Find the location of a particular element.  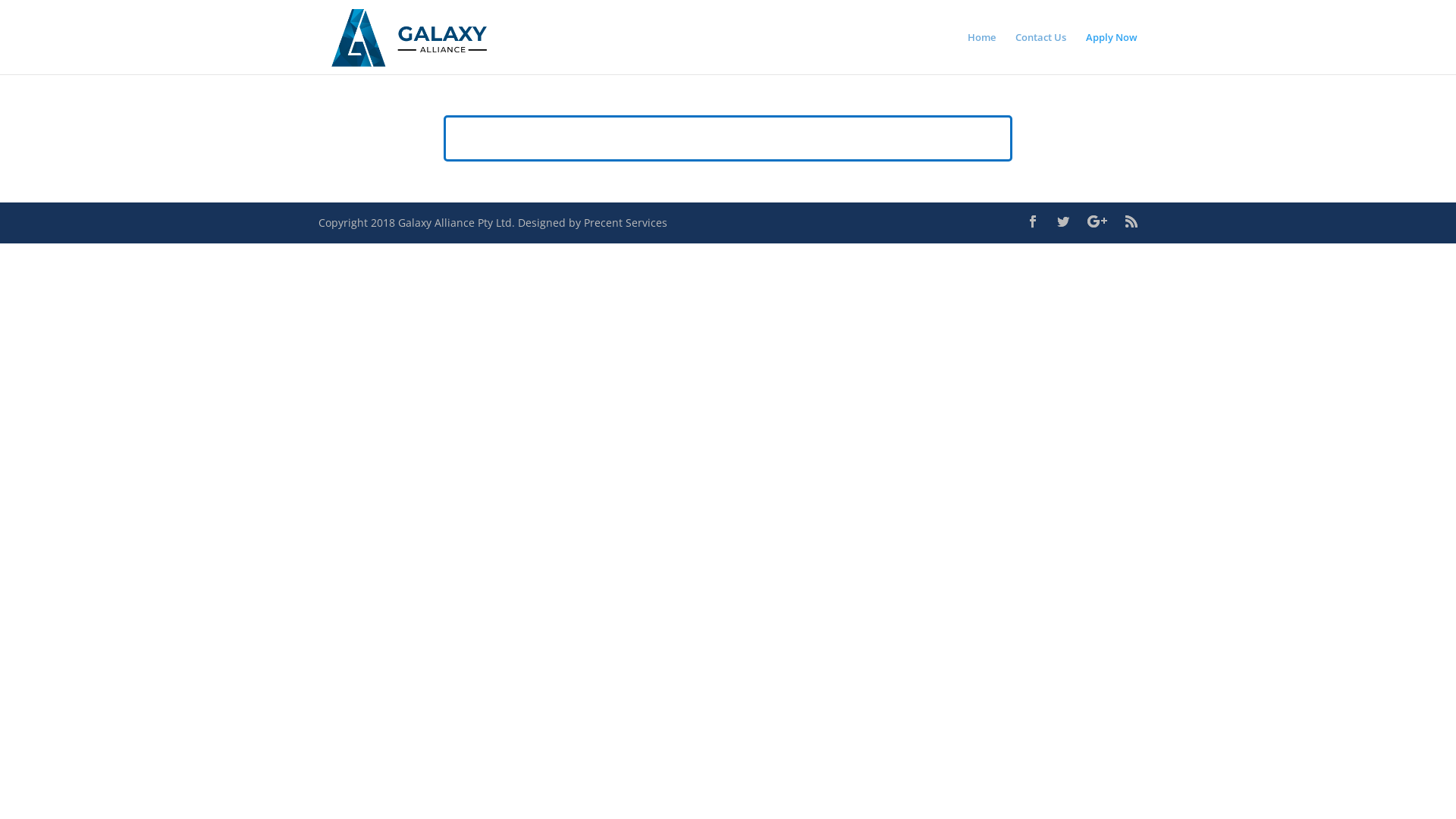

'Apply Now' is located at coordinates (1111, 52).